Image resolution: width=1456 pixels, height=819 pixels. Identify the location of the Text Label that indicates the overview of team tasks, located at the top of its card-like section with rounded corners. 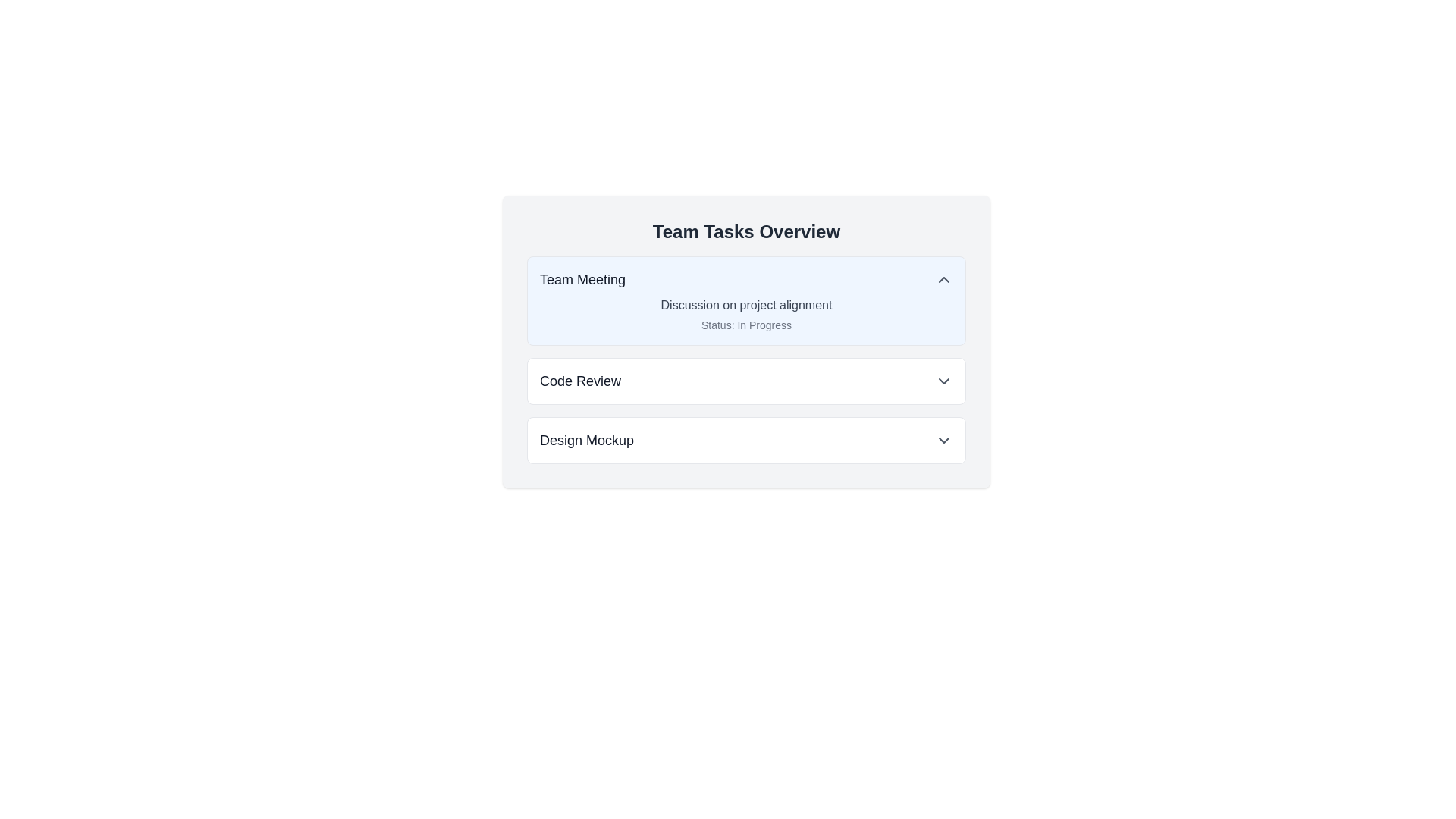
(746, 231).